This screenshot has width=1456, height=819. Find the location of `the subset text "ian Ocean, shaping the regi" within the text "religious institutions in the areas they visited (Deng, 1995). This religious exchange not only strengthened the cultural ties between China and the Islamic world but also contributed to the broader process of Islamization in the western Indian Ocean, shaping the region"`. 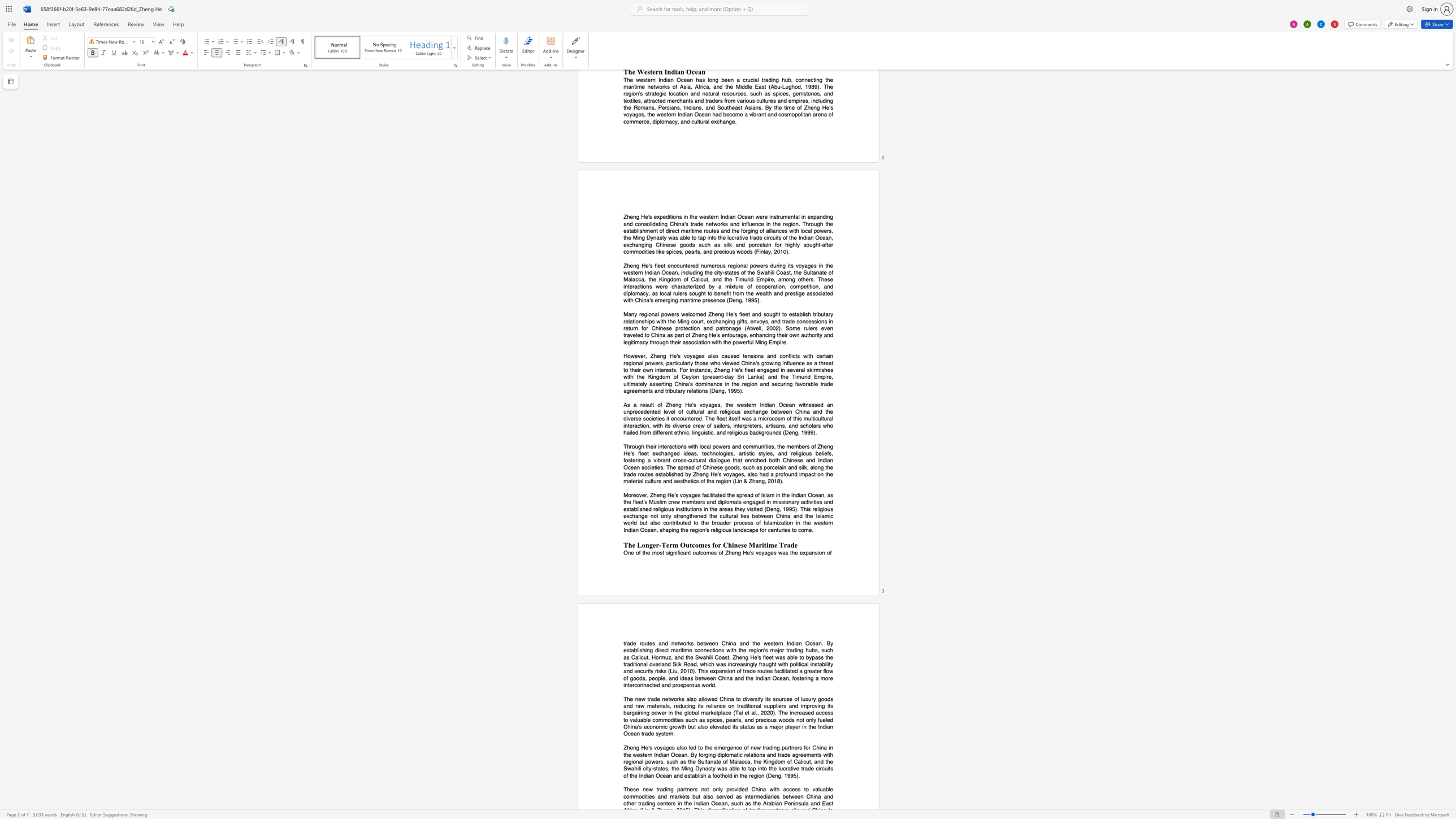

the subset text "ian Ocean, shaping the regi" within the text "religious institutions in the areas they visited (Deng, 1995). This religious exchange not only strengthened the cultural ties between China and the Islamic world but also contributed to the broader process of Islamization in the western Indian Ocean, shaping the region" is located at coordinates (631, 530).